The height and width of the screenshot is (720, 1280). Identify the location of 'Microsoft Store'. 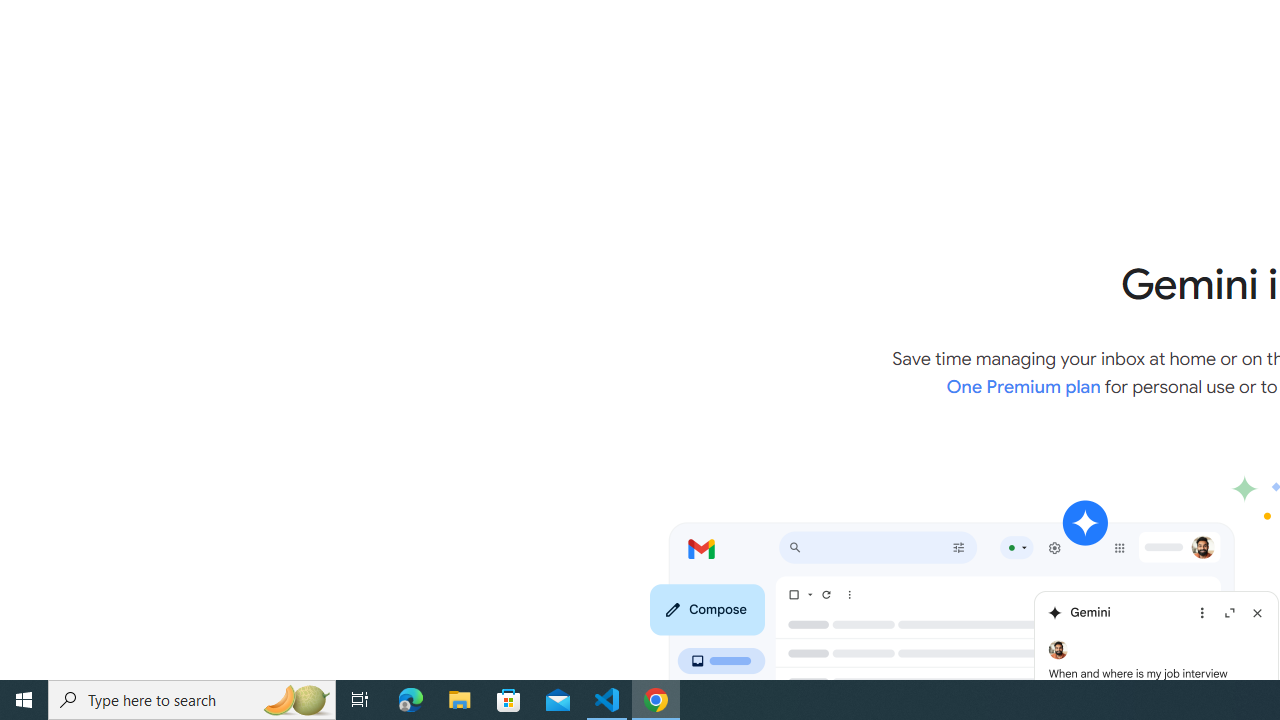
(509, 698).